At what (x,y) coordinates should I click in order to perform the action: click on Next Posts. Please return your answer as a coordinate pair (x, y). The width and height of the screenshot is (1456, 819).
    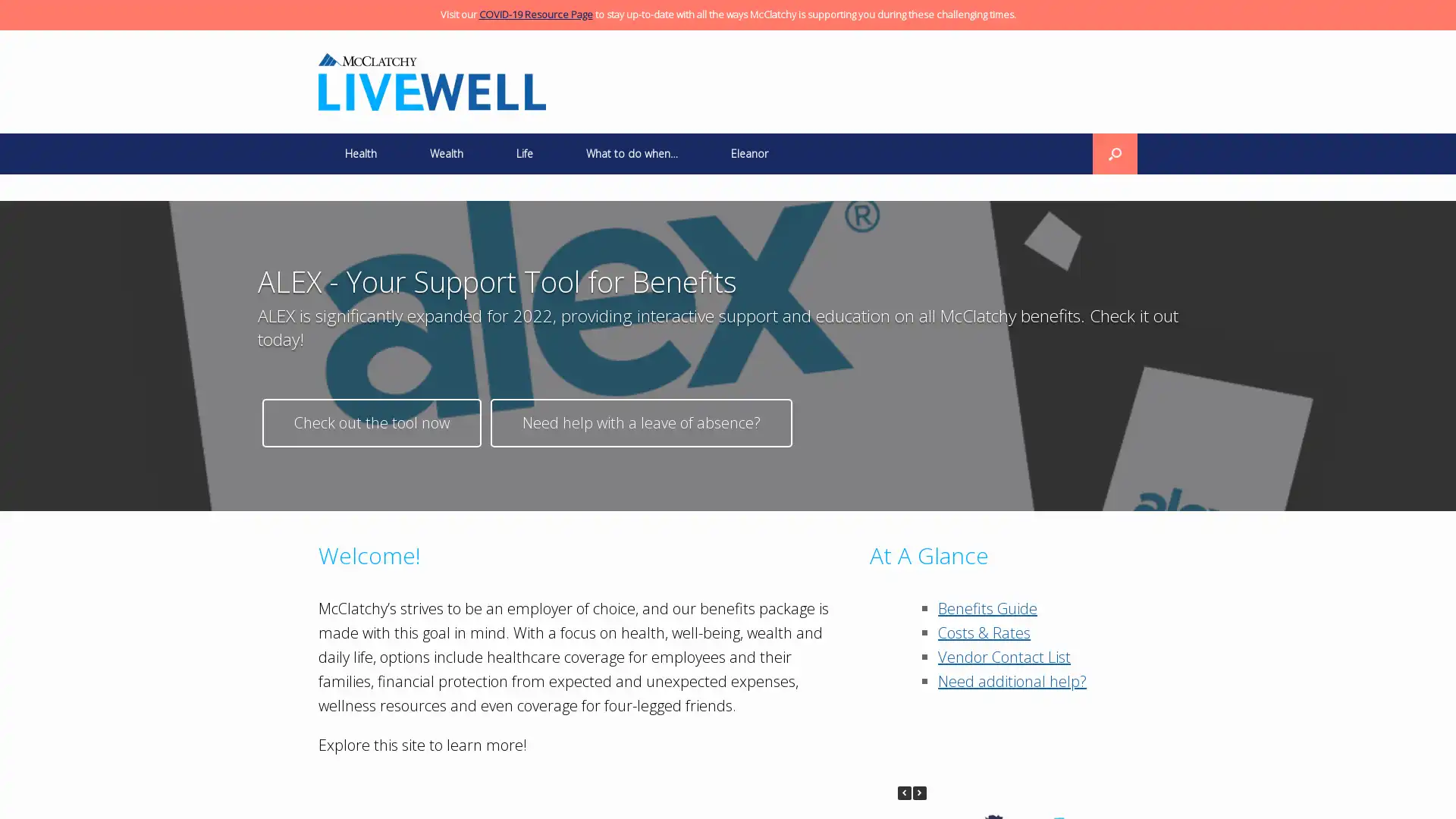
    Looking at the image, I should click on (918, 792).